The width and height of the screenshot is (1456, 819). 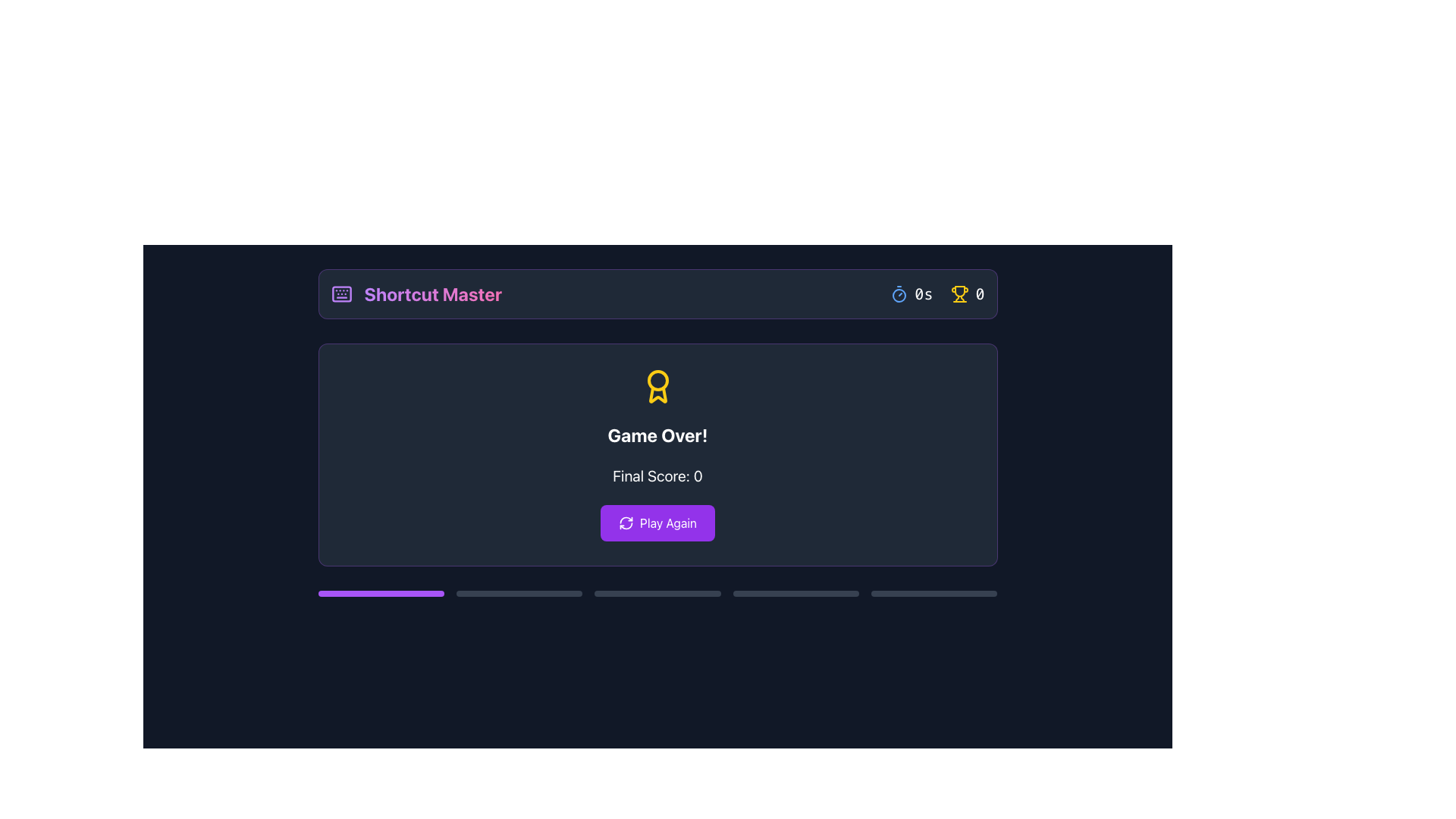 I want to click on the keyboard icon located at the top-left corner of the interface, adjacent to the 'Shortcut Master' text element, so click(x=340, y=294).